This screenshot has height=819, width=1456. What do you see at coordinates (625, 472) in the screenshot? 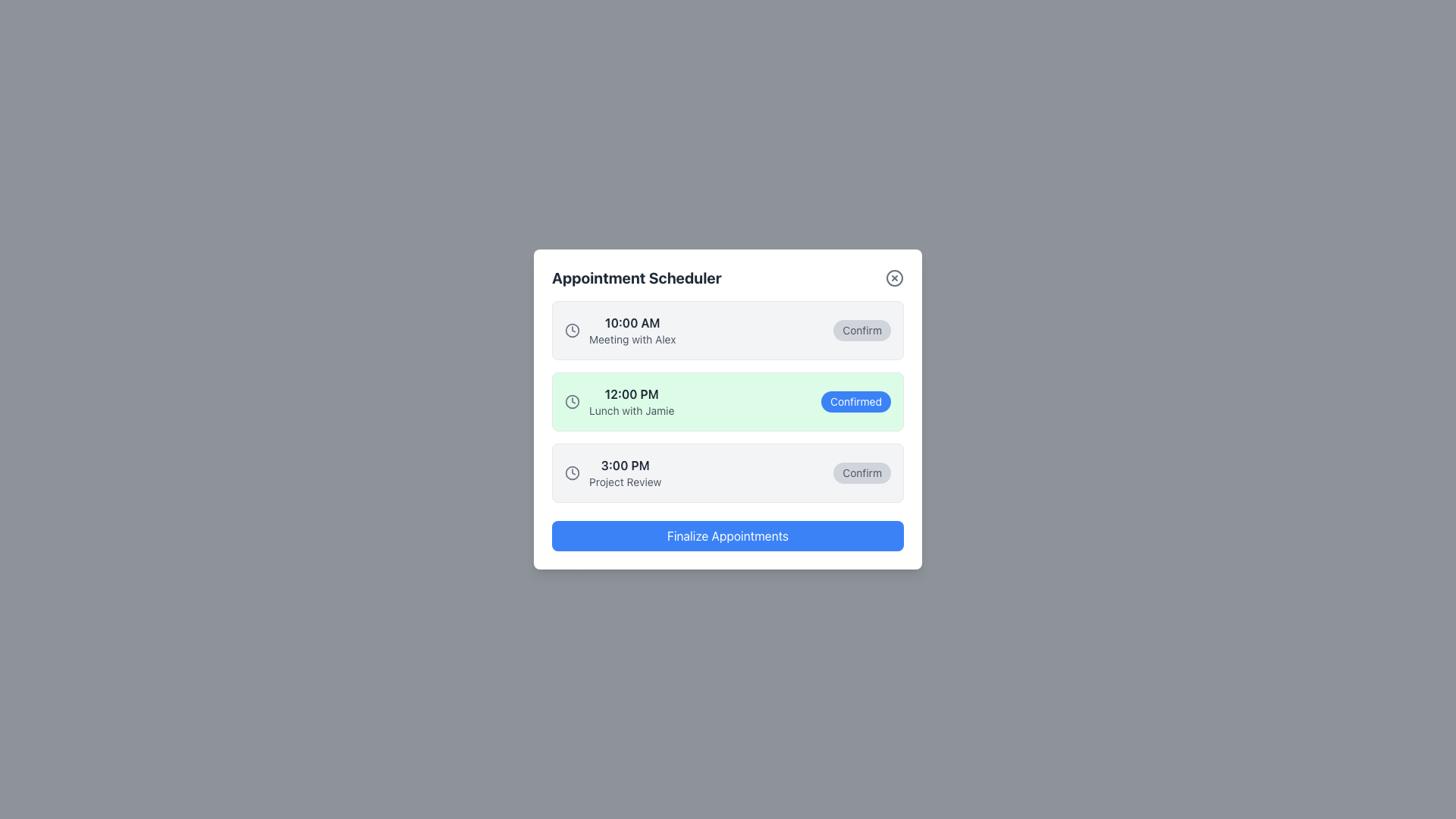
I see `event information displayed in the Text Display that shows '3:00 PM' and 'Project Review', located in the scheduler interface between '12:00 PM Lunch with Jamie' and 'Finalize Appointments'` at bounding box center [625, 472].